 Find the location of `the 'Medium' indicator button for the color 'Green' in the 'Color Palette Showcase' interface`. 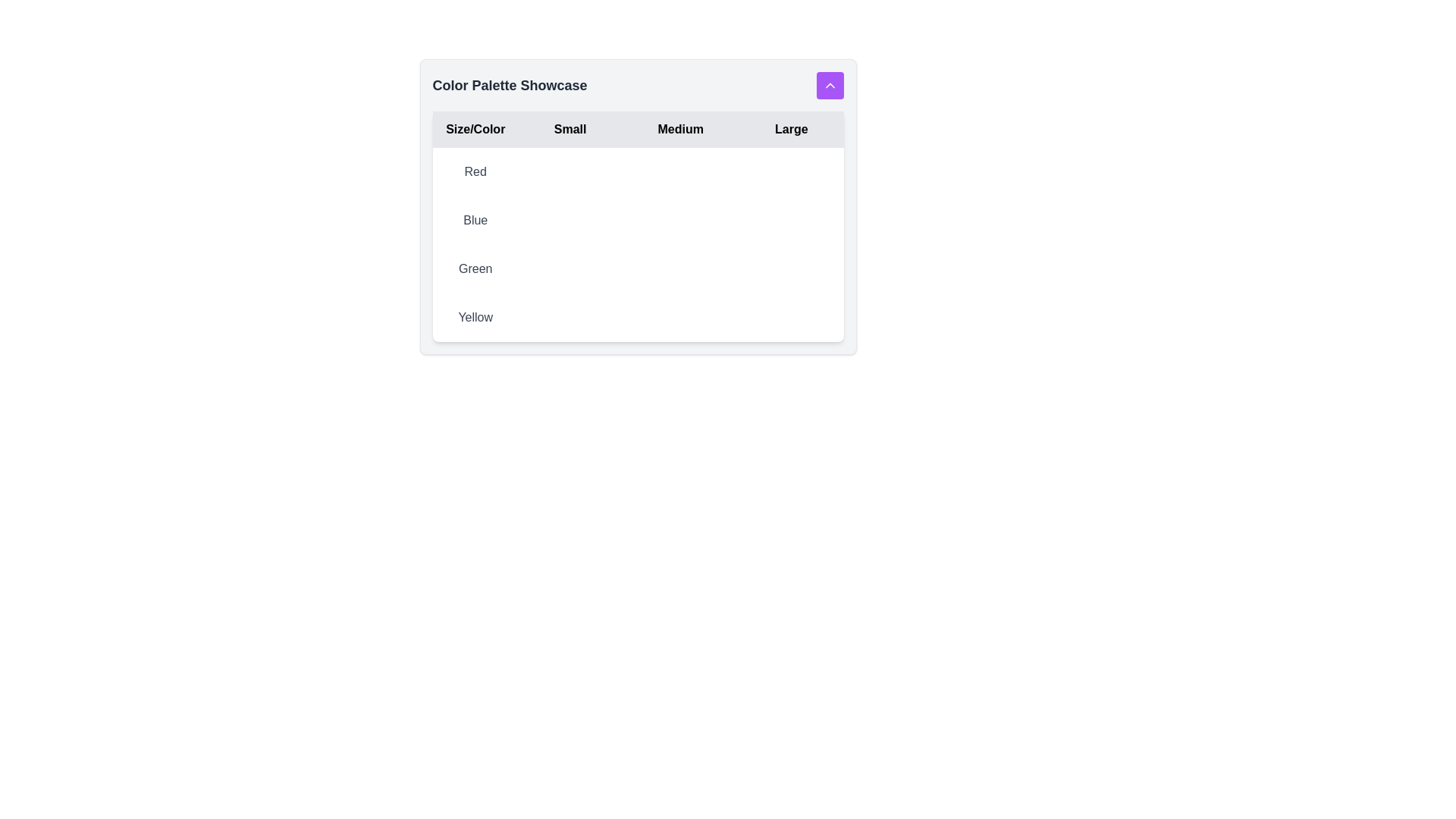

the 'Medium' indicator button for the color 'Green' in the 'Color Palette Showcase' interface is located at coordinates (679, 268).